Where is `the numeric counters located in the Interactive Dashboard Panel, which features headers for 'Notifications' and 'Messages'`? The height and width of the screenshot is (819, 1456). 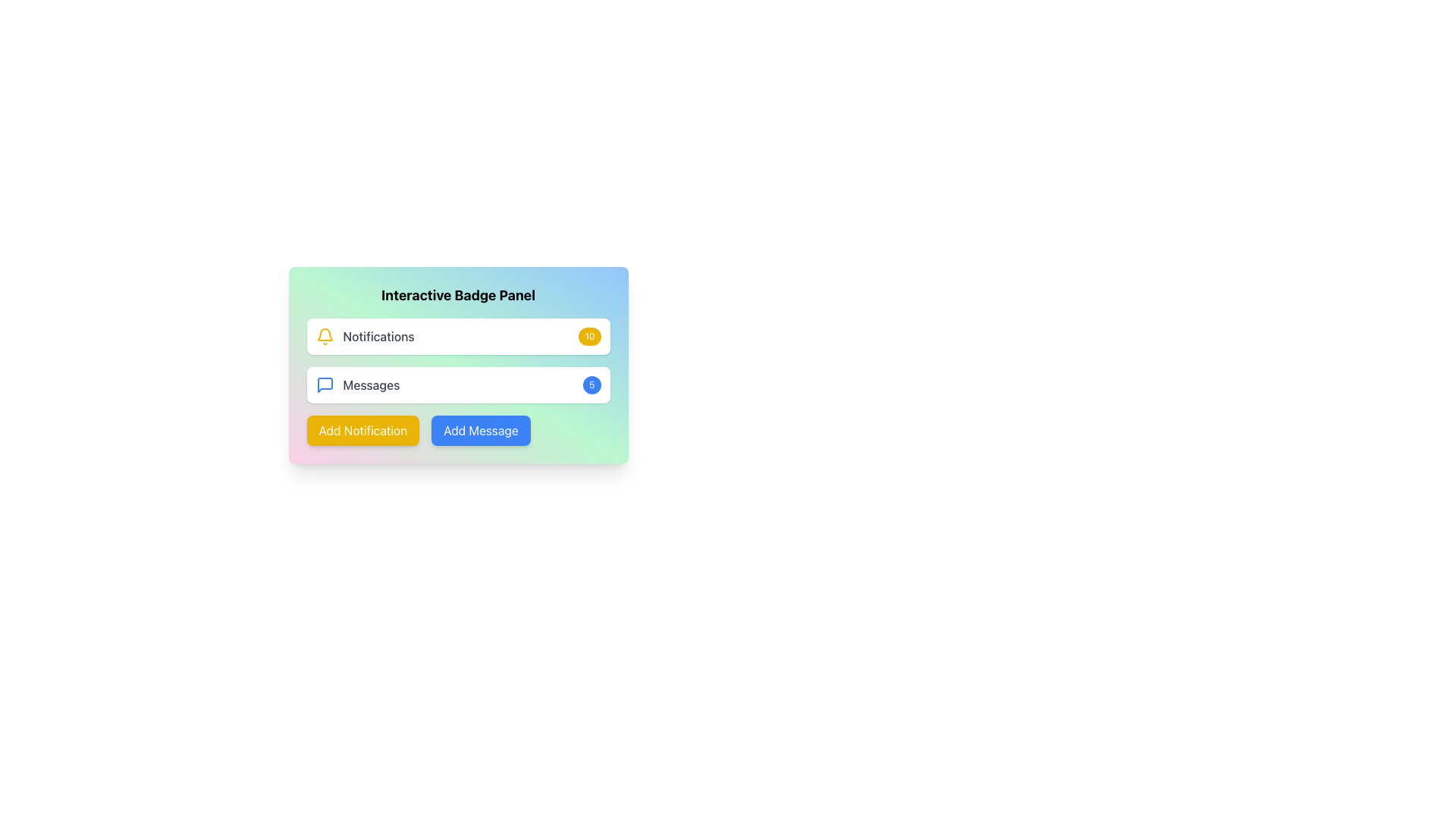
the numeric counters located in the Interactive Dashboard Panel, which features headers for 'Notifications' and 'Messages' is located at coordinates (457, 399).